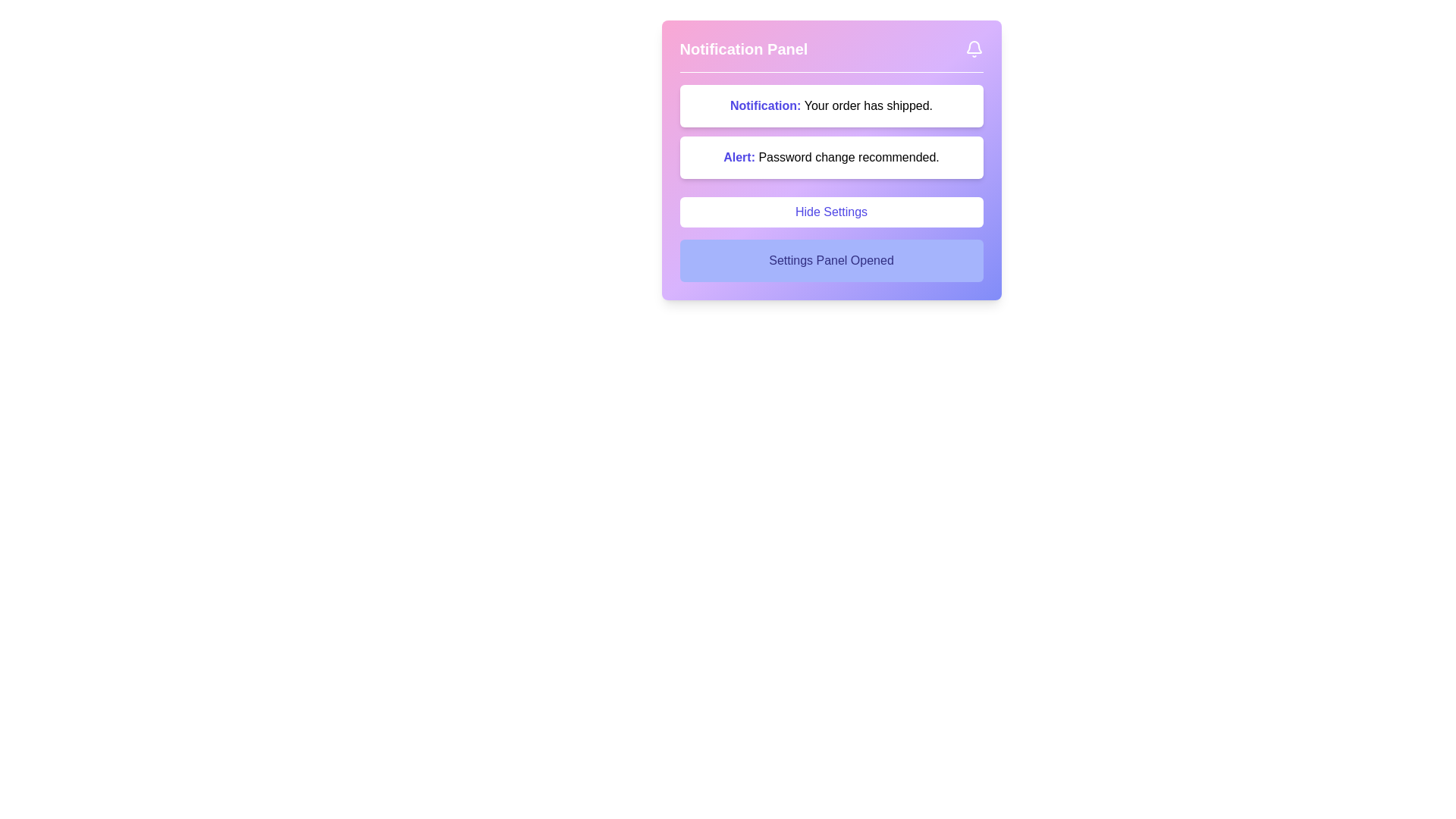 The width and height of the screenshot is (1456, 819). I want to click on the text label displaying 'Alert:' in bold indigo color, which is part of the notification message in the second notification box, so click(741, 157).